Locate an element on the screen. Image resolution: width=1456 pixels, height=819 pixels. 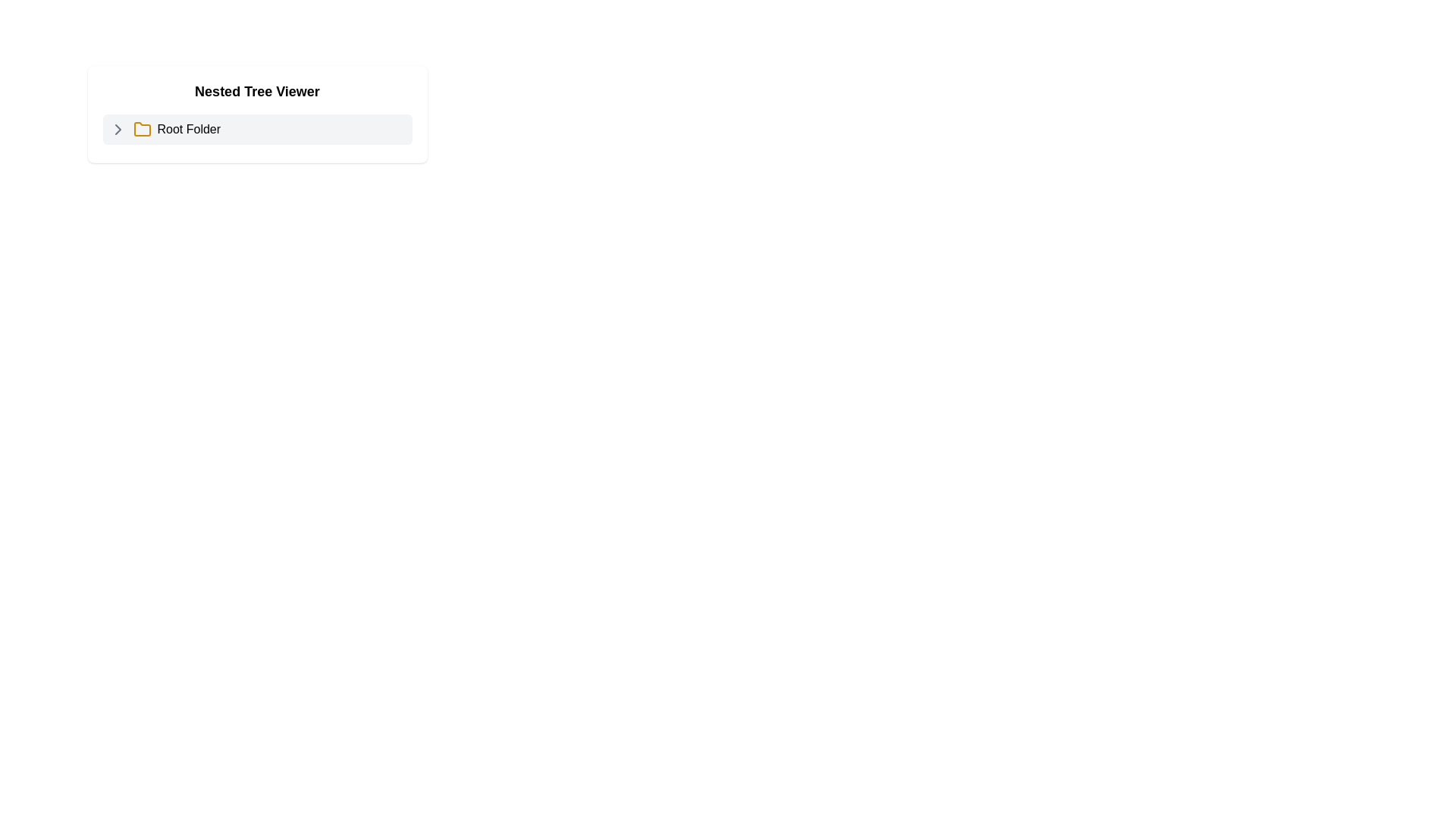
the right-facing gray chevron icon located to the left of the 'Root Folder' entry in the tree viewer is located at coordinates (117, 128).